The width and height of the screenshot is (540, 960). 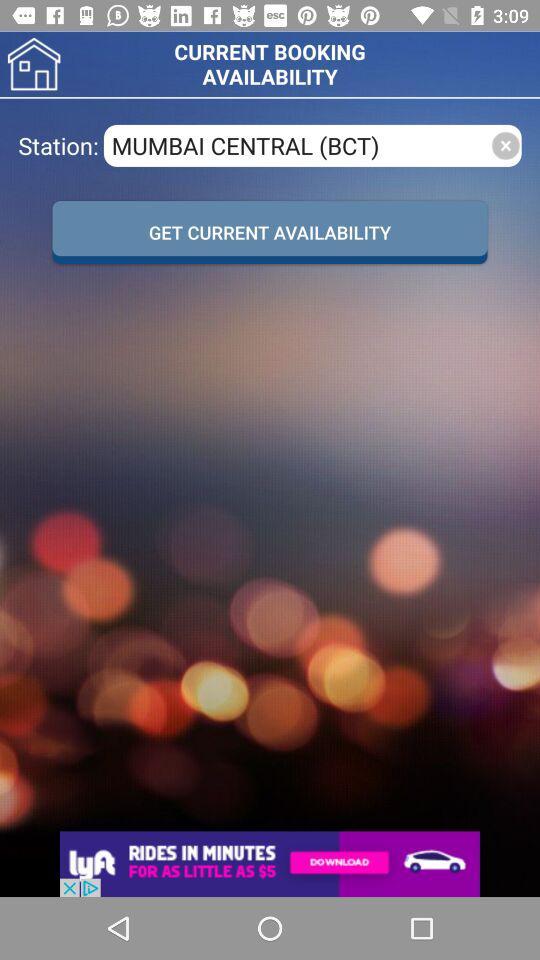 What do you see at coordinates (33, 64) in the screenshot?
I see `home page the article` at bounding box center [33, 64].